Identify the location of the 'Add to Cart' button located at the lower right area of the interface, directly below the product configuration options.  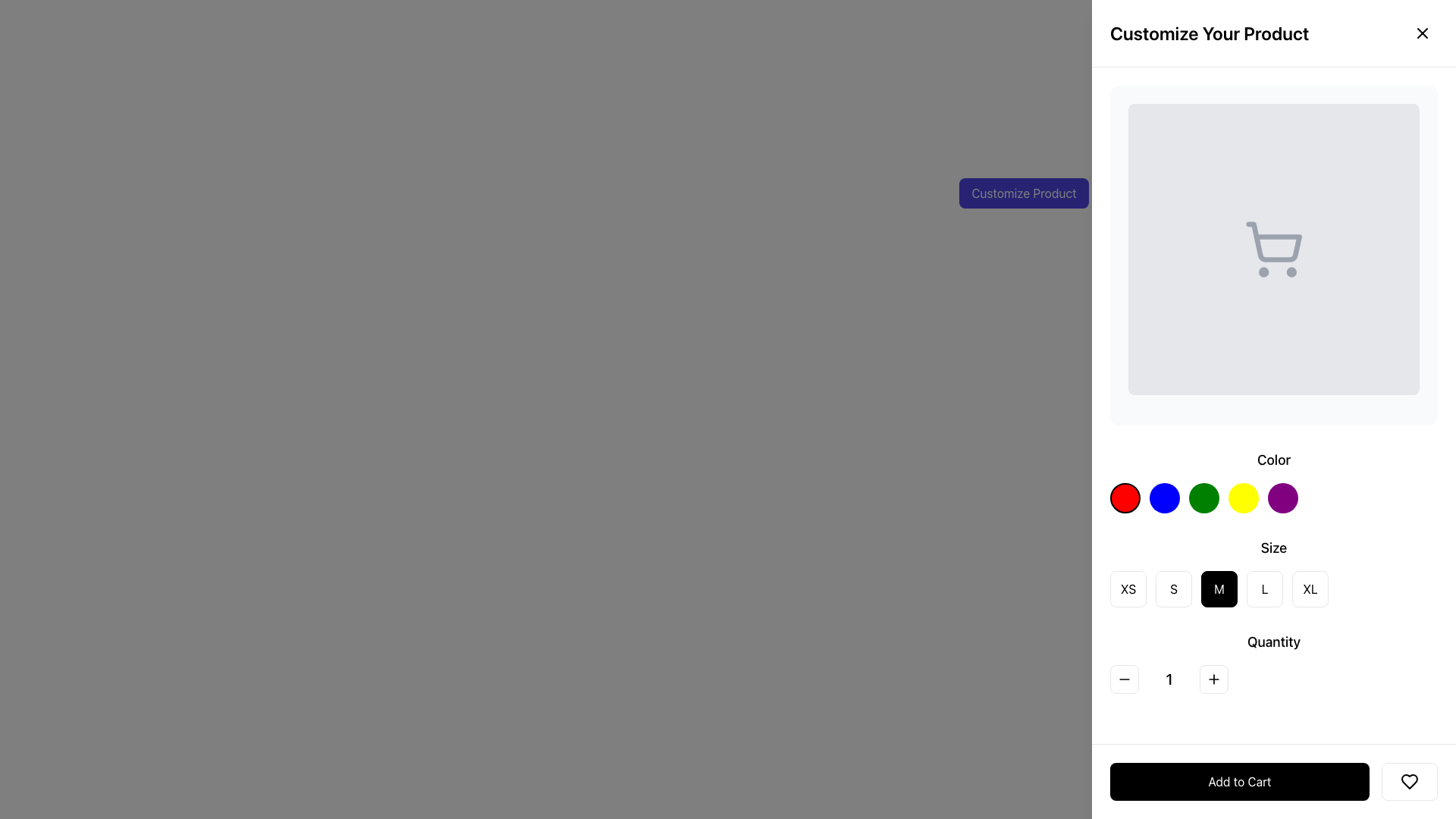
(1274, 781).